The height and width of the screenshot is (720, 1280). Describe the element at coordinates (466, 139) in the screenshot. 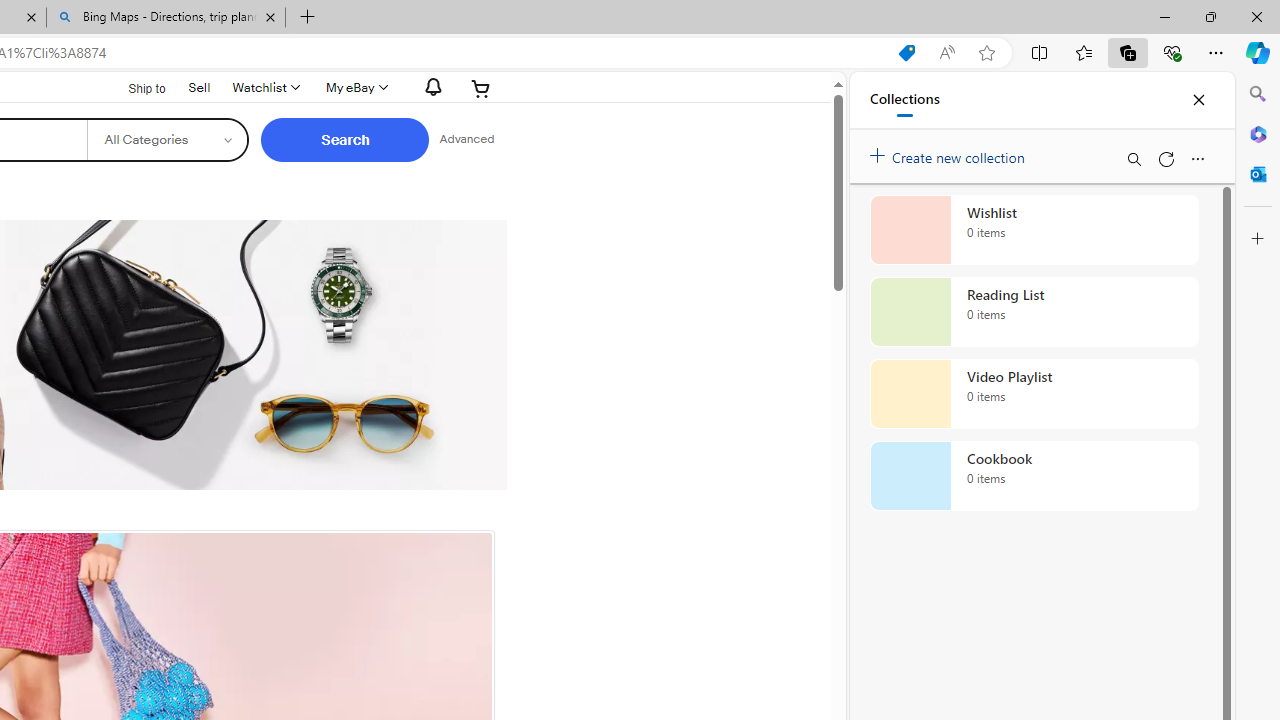

I see `'Advanced Search'` at that location.